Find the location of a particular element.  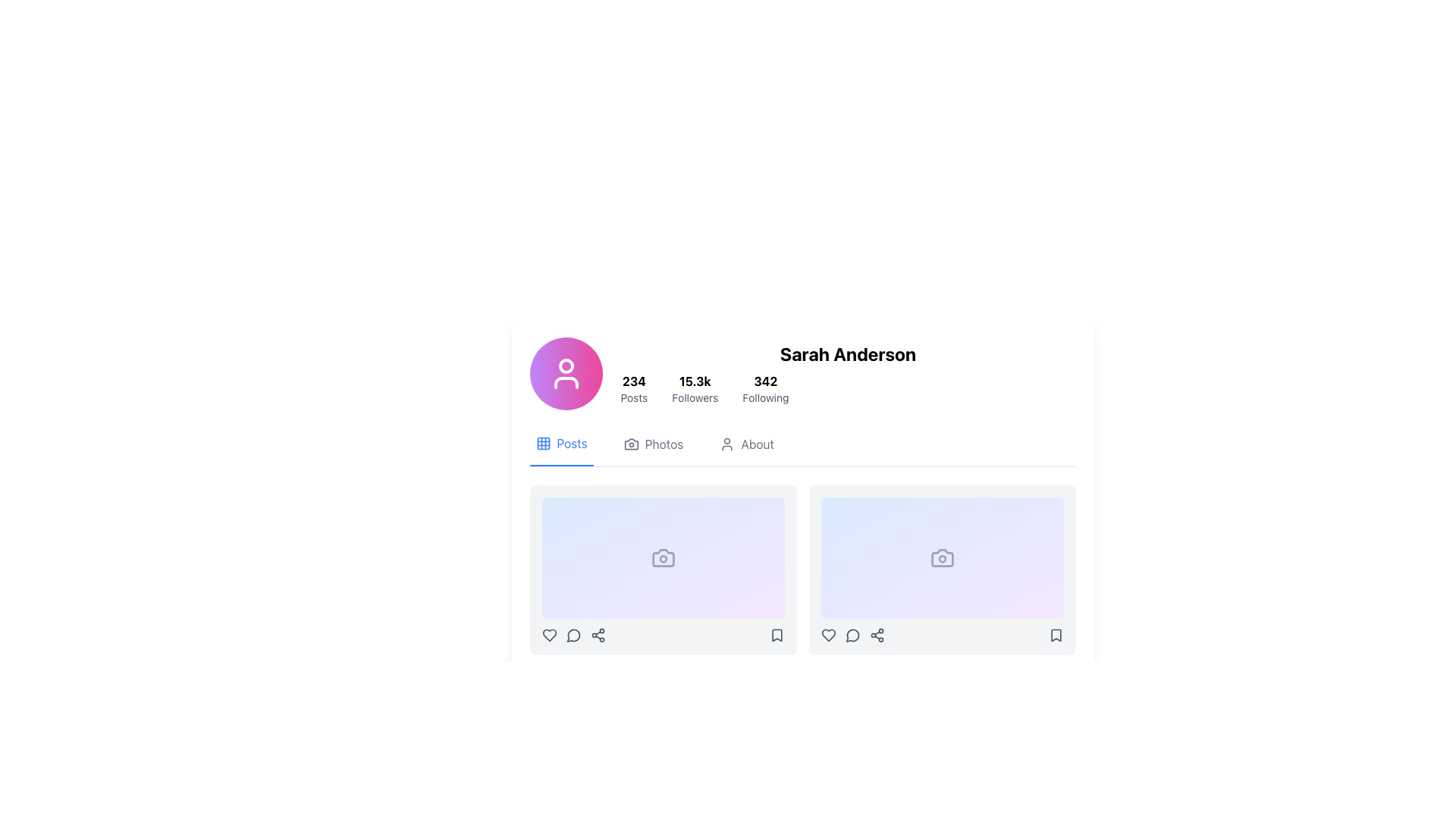

the Interactive Icon located at the bottom-left corner of the left post to express a positive reaction is located at coordinates (548, 635).